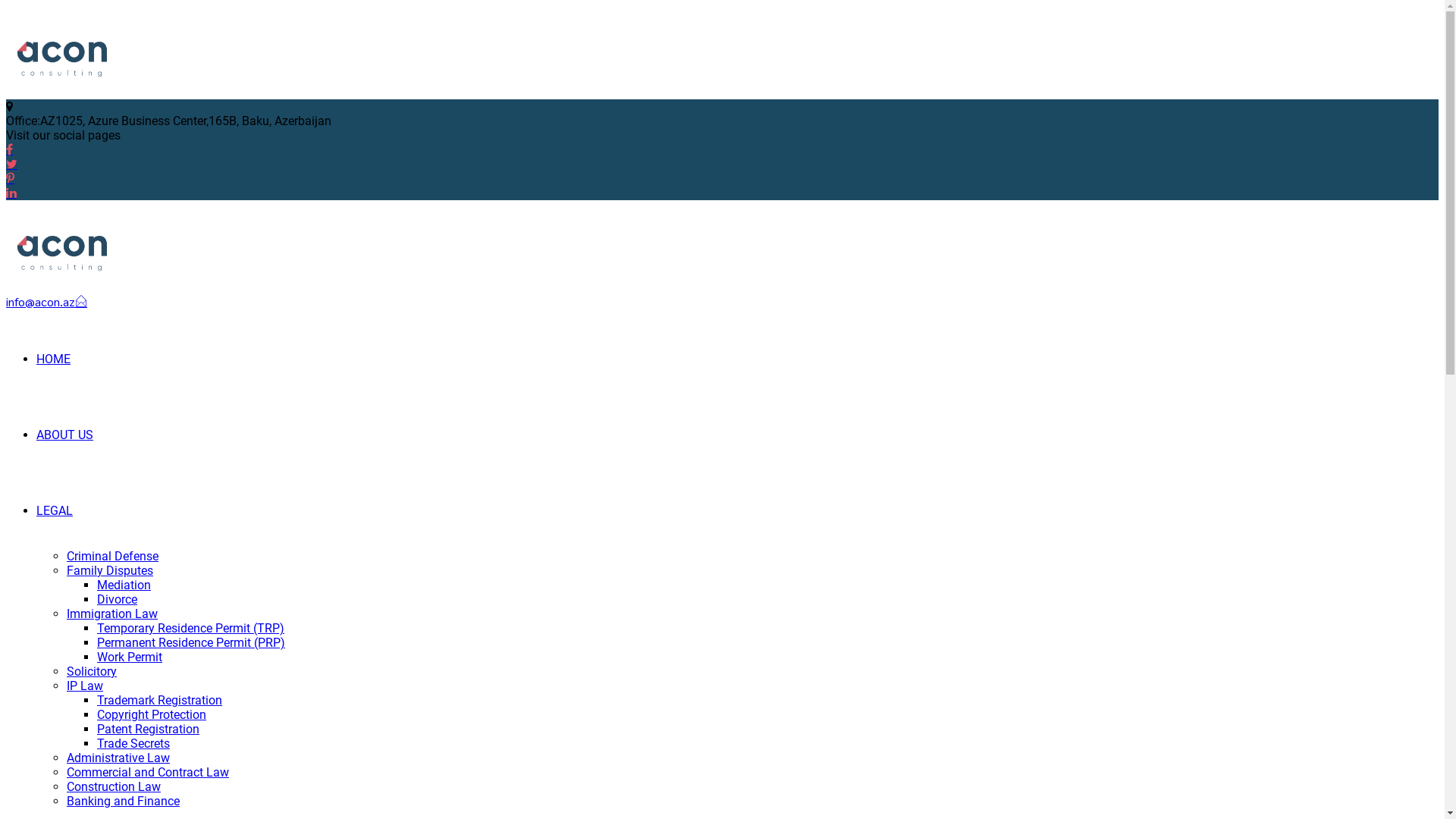 The image size is (1456, 819). Describe the element at coordinates (90, 670) in the screenshot. I see `'Solicitory'` at that location.